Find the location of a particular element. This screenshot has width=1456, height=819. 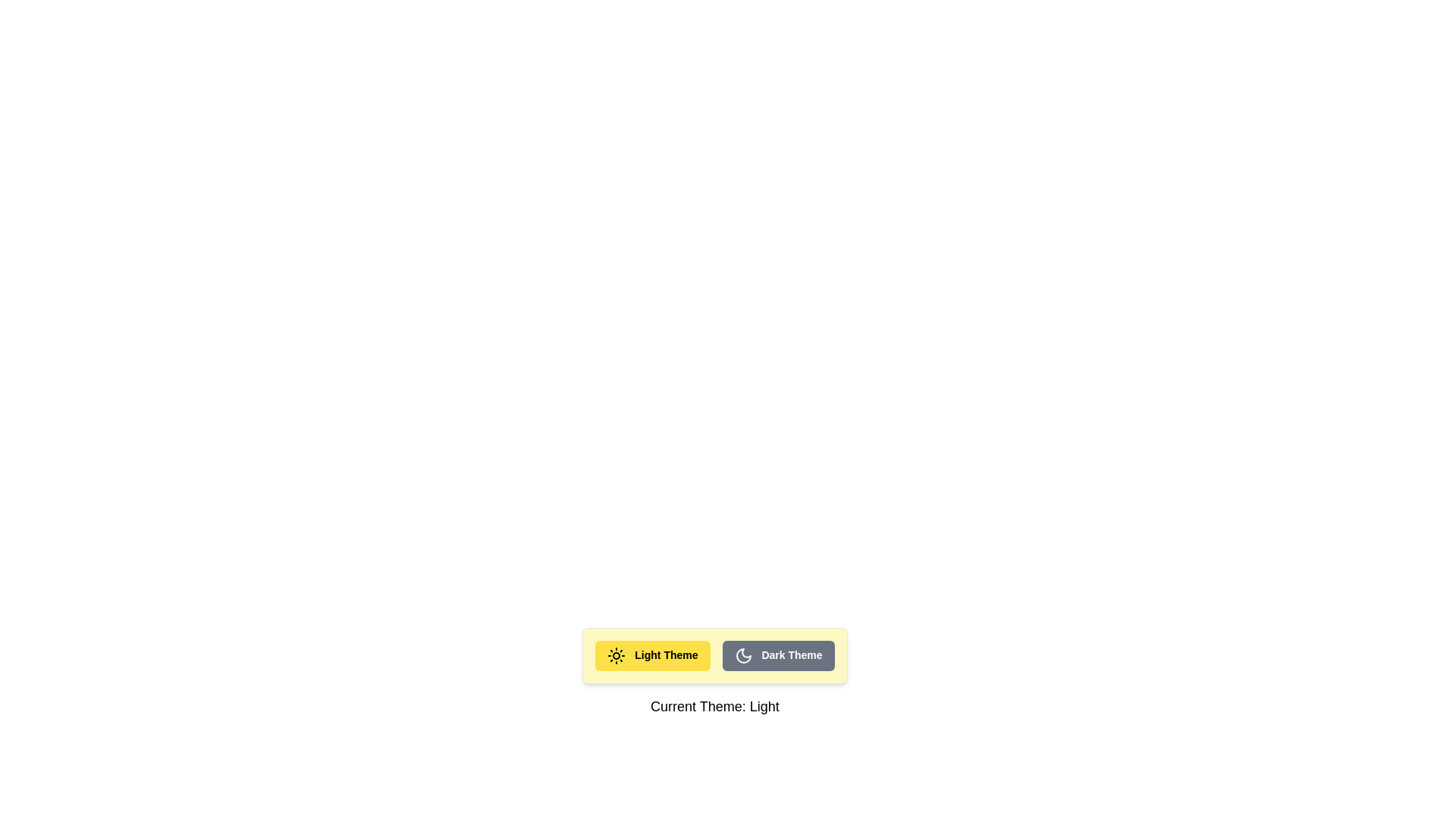

the 'Dark Theme' icon, which is located to the left of the 'Dark Theme' button in the theme selection interface is located at coordinates (743, 654).